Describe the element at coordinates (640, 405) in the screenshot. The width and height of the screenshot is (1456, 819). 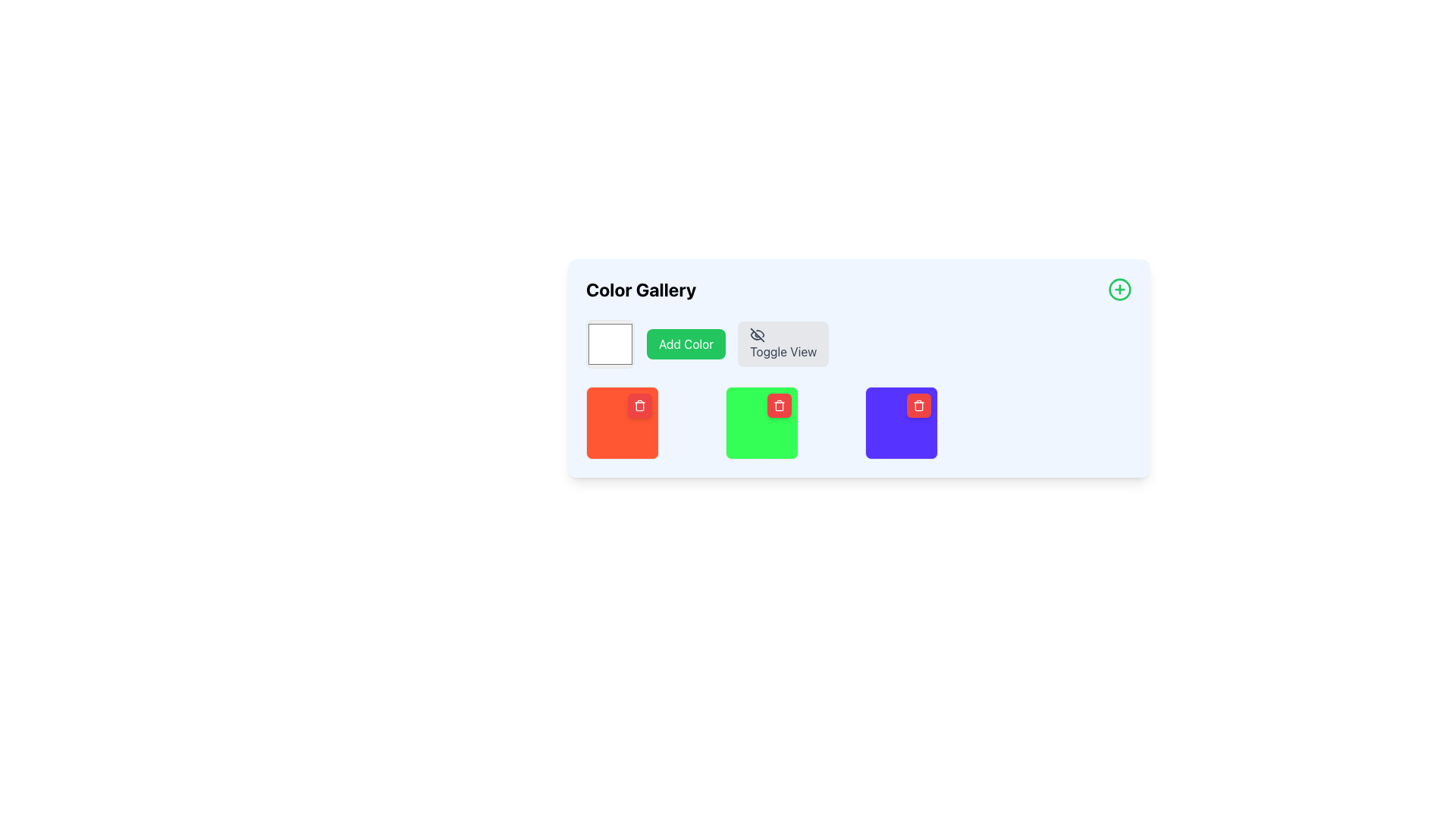
I see `the Action button located at the top-right corner of the red tile` at that location.